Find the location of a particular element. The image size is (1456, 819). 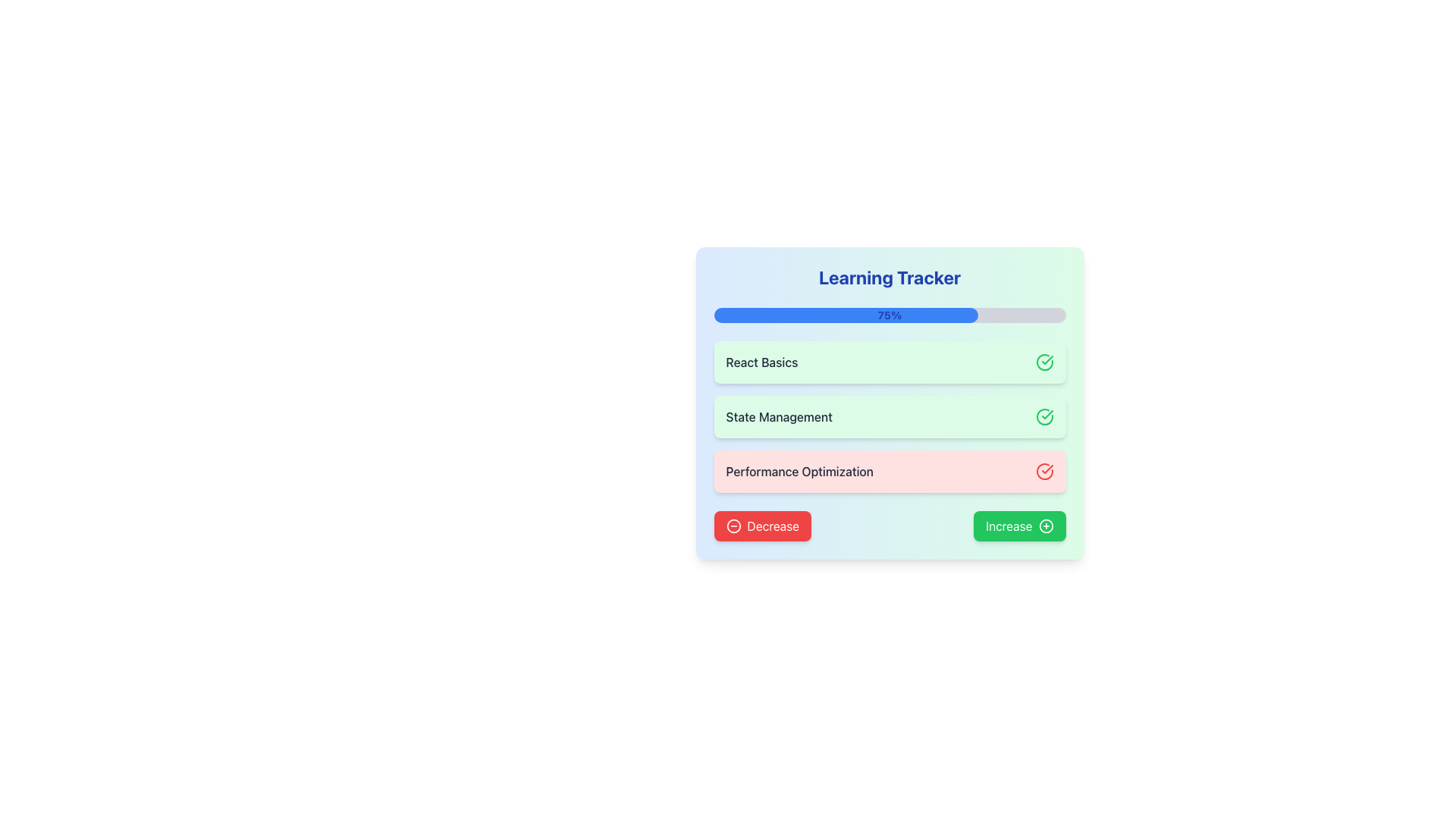

the status of the Labeled Section with bold text 'State Management' and a green checkmark icon, which is the second item in the Learning Tracker list is located at coordinates (890, 417).